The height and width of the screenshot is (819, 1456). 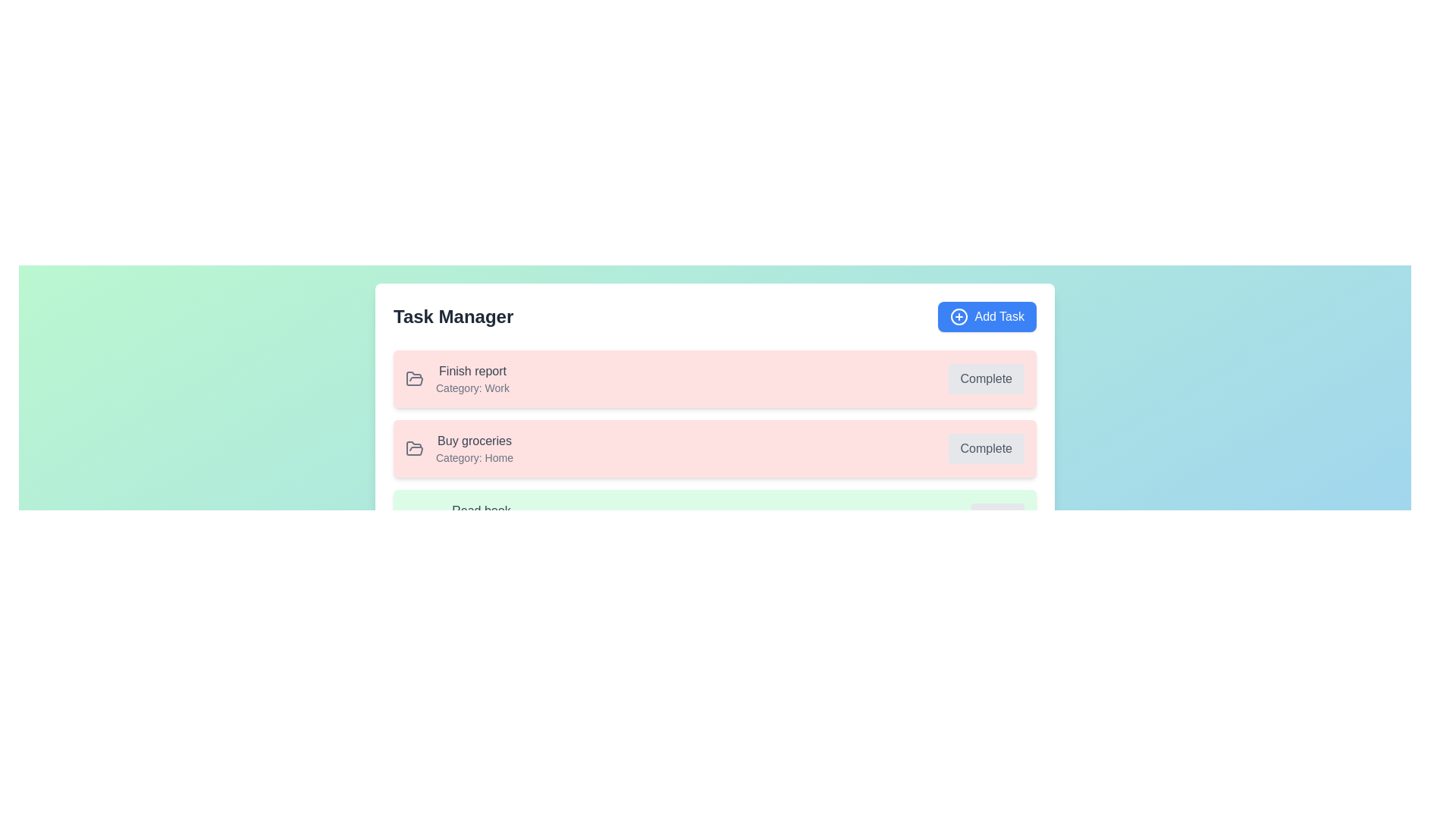 What do you see at coordinates (473, 441) in the screenshot?
I see `the static text label displaying 'Buy groceries' in the second task card of the Task Manager, positioned above the 'Category: Home' label` at bounding box center [473, 441].